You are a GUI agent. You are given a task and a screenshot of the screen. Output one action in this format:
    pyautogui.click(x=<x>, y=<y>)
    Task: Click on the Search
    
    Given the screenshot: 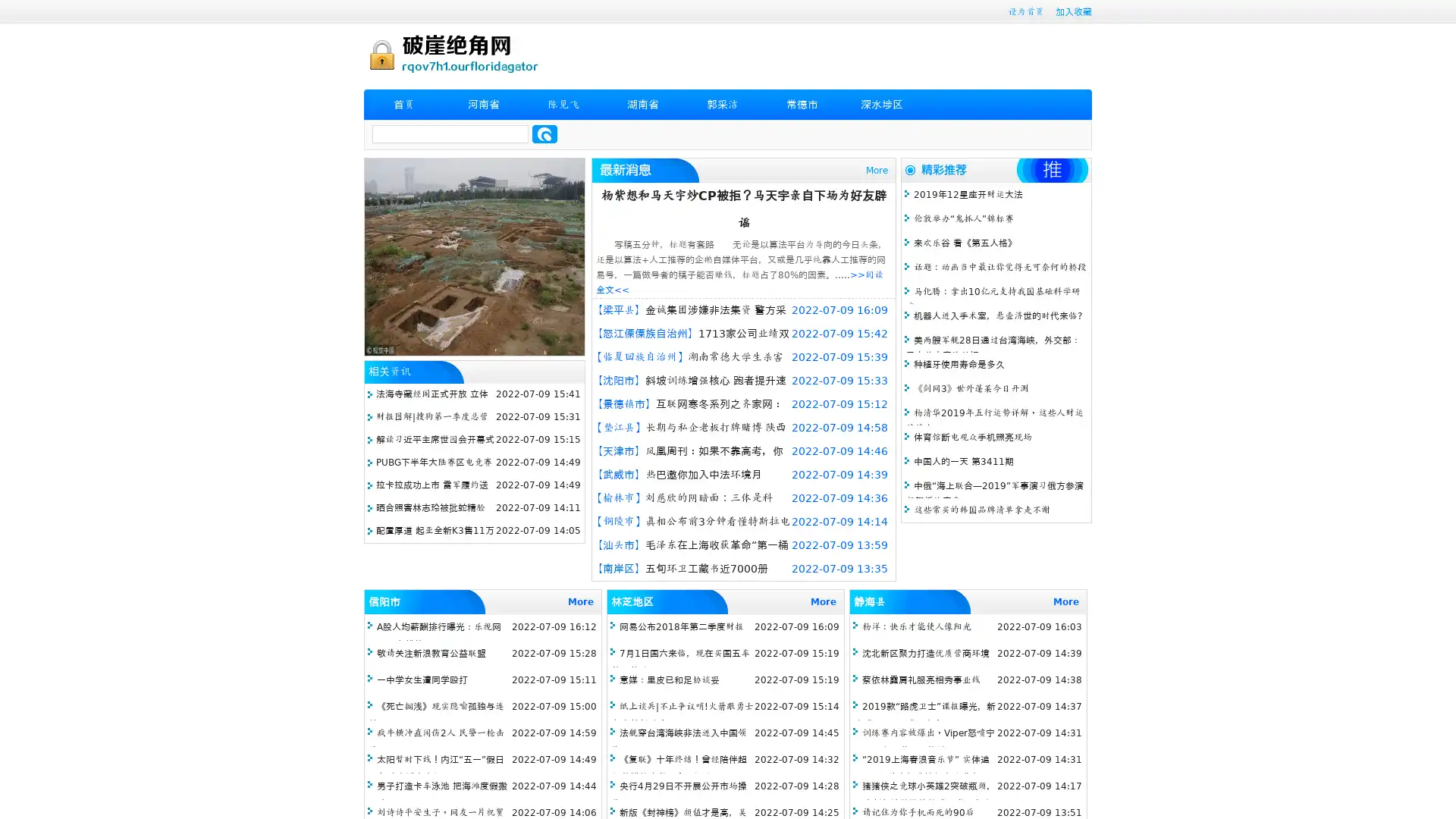 What is the action you would take?
    pyautogui.click(x=544, y=133)
    